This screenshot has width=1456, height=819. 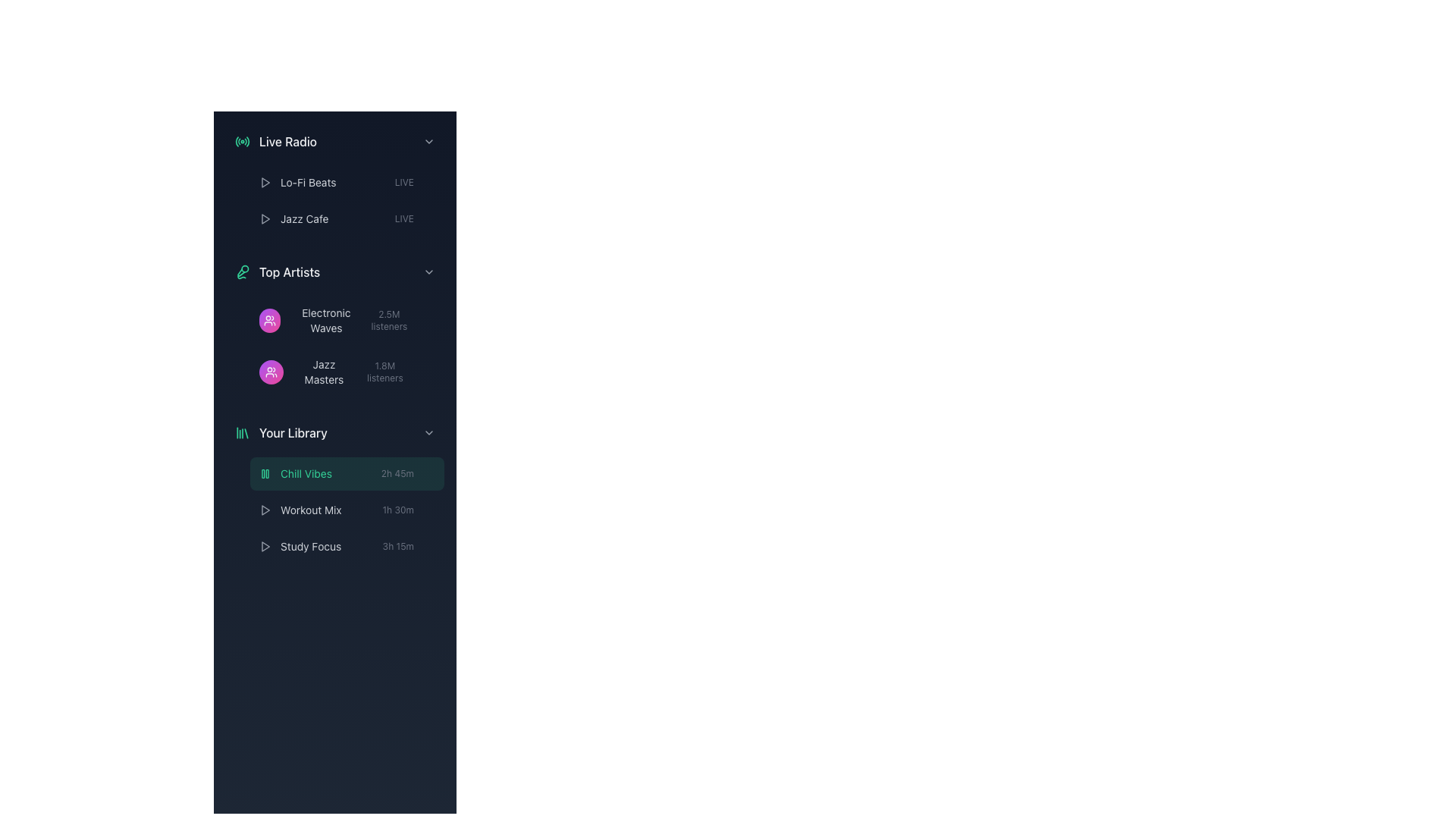 I want to click on the 'Electronic Waves' static text label in the 'Top Artists' section of the sidebar, so click(x=310, y=320).